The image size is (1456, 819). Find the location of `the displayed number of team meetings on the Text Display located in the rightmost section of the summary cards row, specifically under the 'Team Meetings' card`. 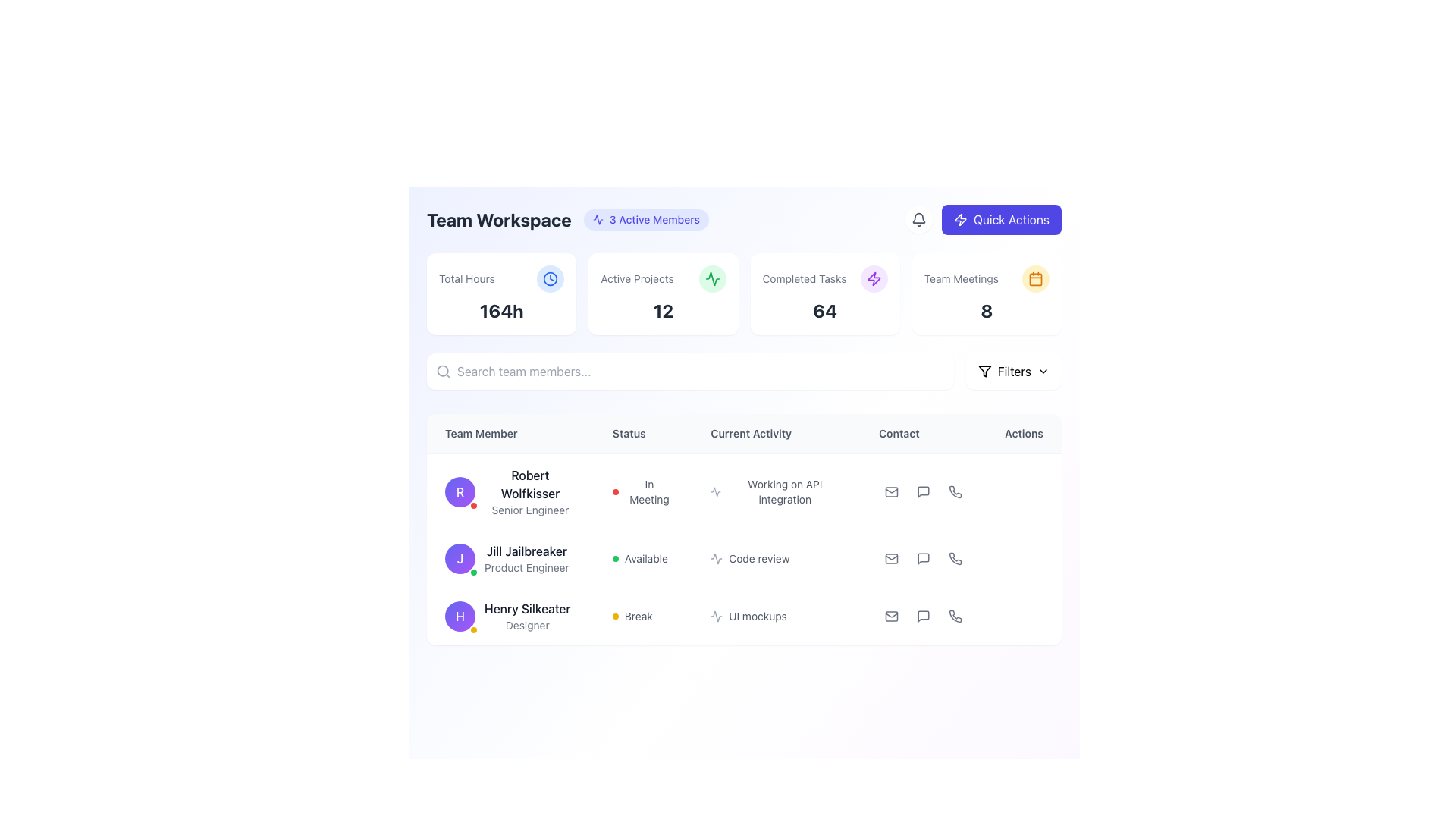

the displayed number of team meetings on the Text Display located in the rightmost section of the summary cards row, specifically under the 'Team Meetings' card is located at coordinates (987, 309).